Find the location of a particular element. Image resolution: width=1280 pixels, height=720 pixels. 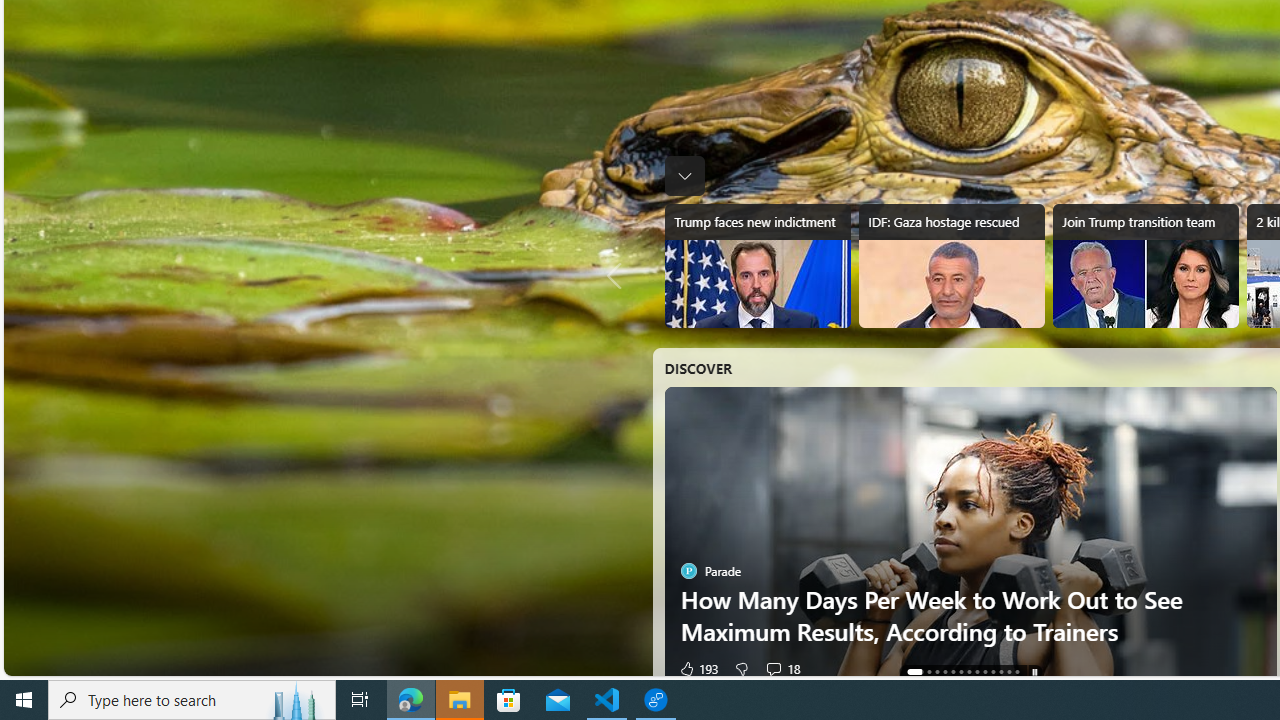

'Trump faces new indictment' is located at coordinates (756, 265).